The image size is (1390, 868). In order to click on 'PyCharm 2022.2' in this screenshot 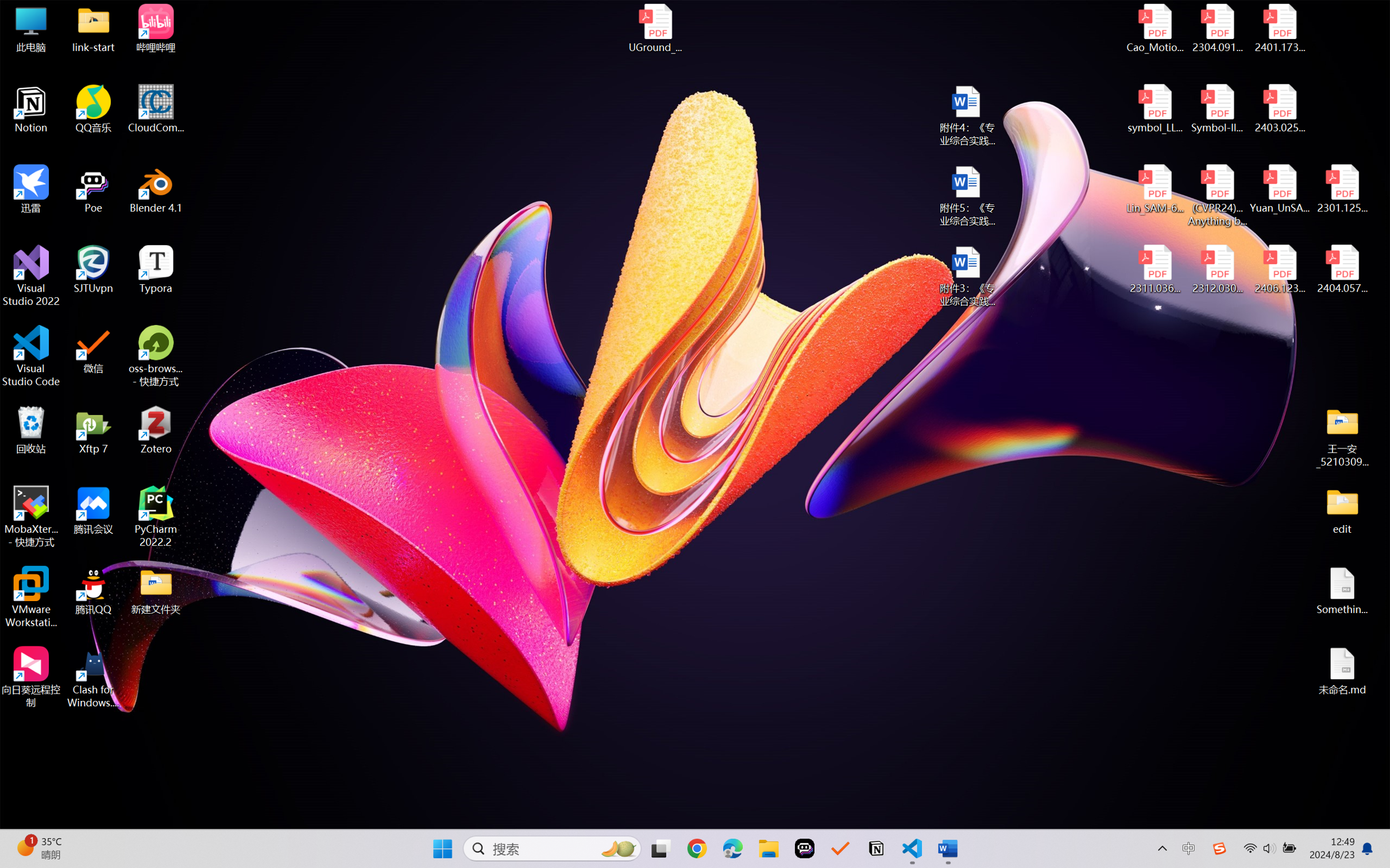, I will do `click(156, 517)`.